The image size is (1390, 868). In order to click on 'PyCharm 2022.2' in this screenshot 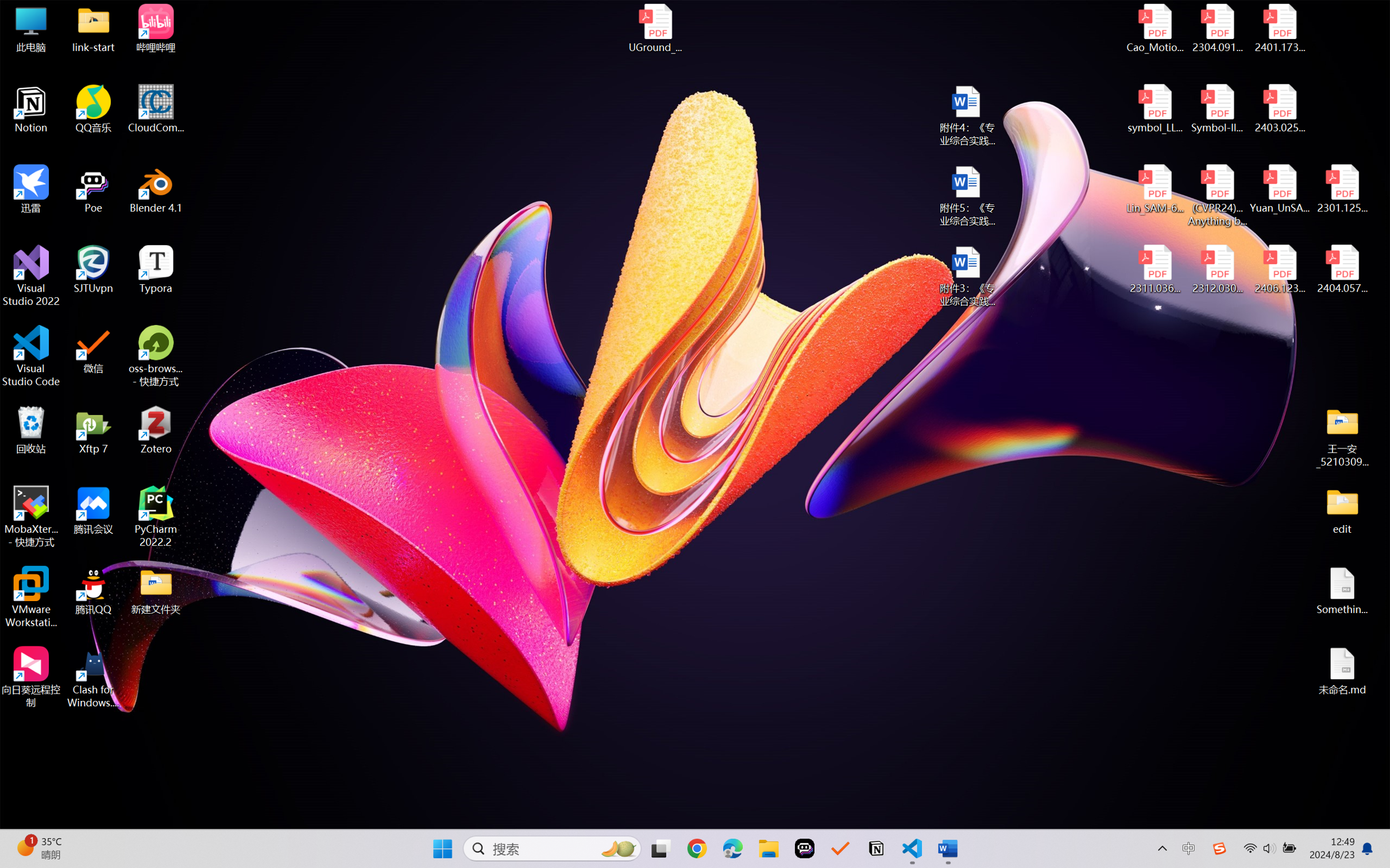, I will do `click(156, 517)`.